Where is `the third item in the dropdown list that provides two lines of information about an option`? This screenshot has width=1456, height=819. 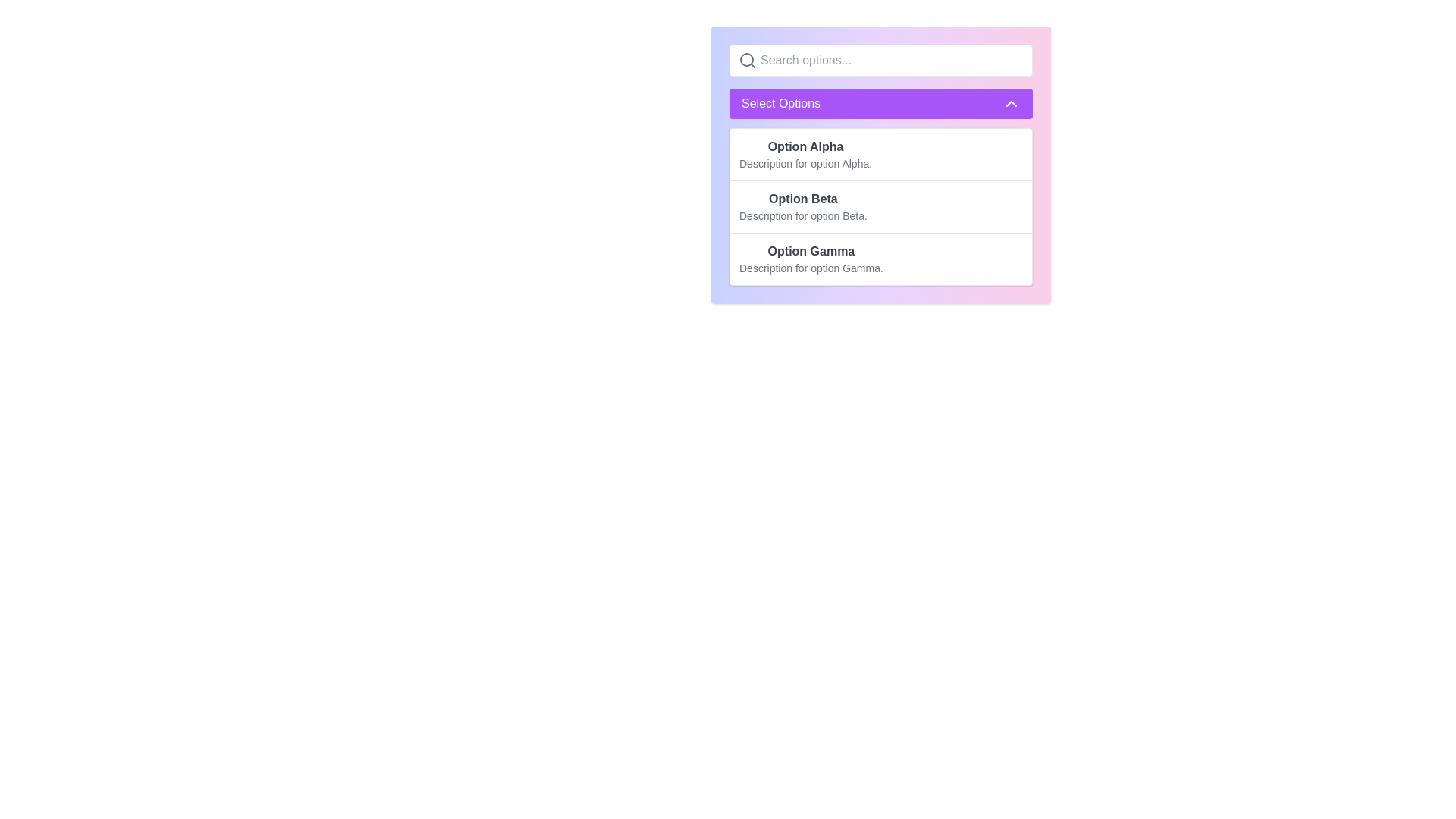
the third item in the dropdown list that provides two lines of information about an option is located at coordinates (811, 259).